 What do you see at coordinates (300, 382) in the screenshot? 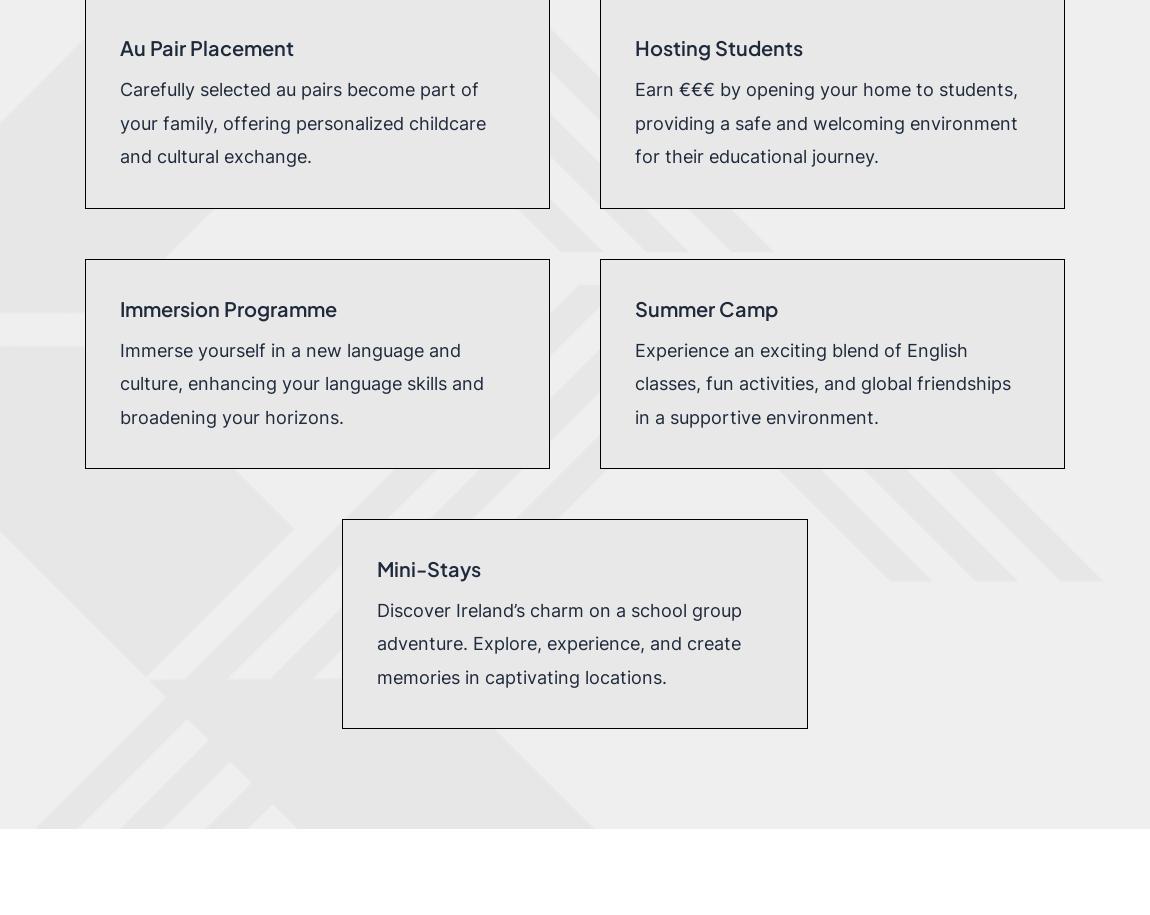
I see `'Immerse yourself in a new language and culture, enhancing your language skills and broadening your horizons.'` at bounding box center [300, 382].